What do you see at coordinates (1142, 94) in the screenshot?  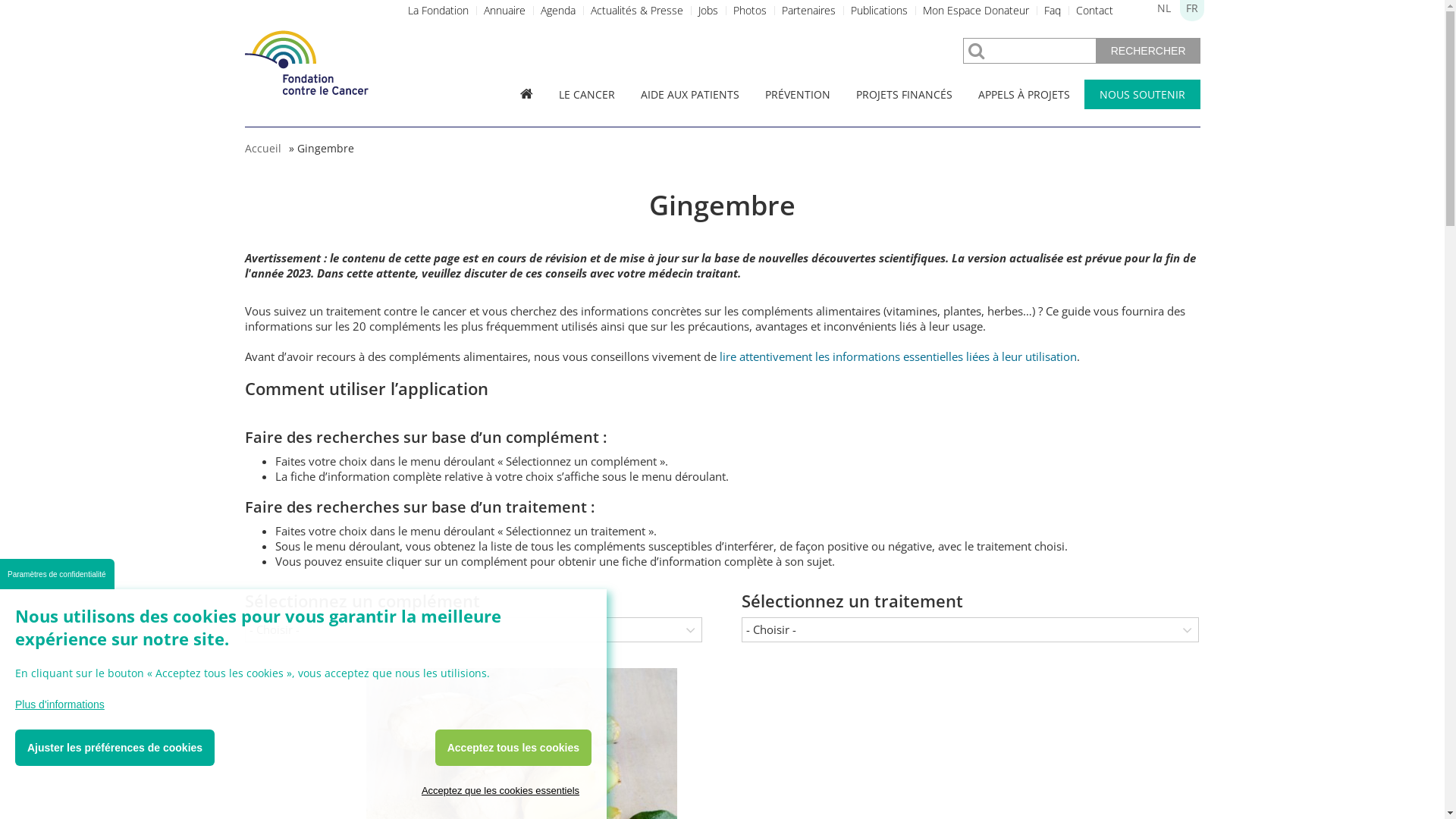 I see `'NOUS SOUTENIR'` at bounding box center [1142, 94].